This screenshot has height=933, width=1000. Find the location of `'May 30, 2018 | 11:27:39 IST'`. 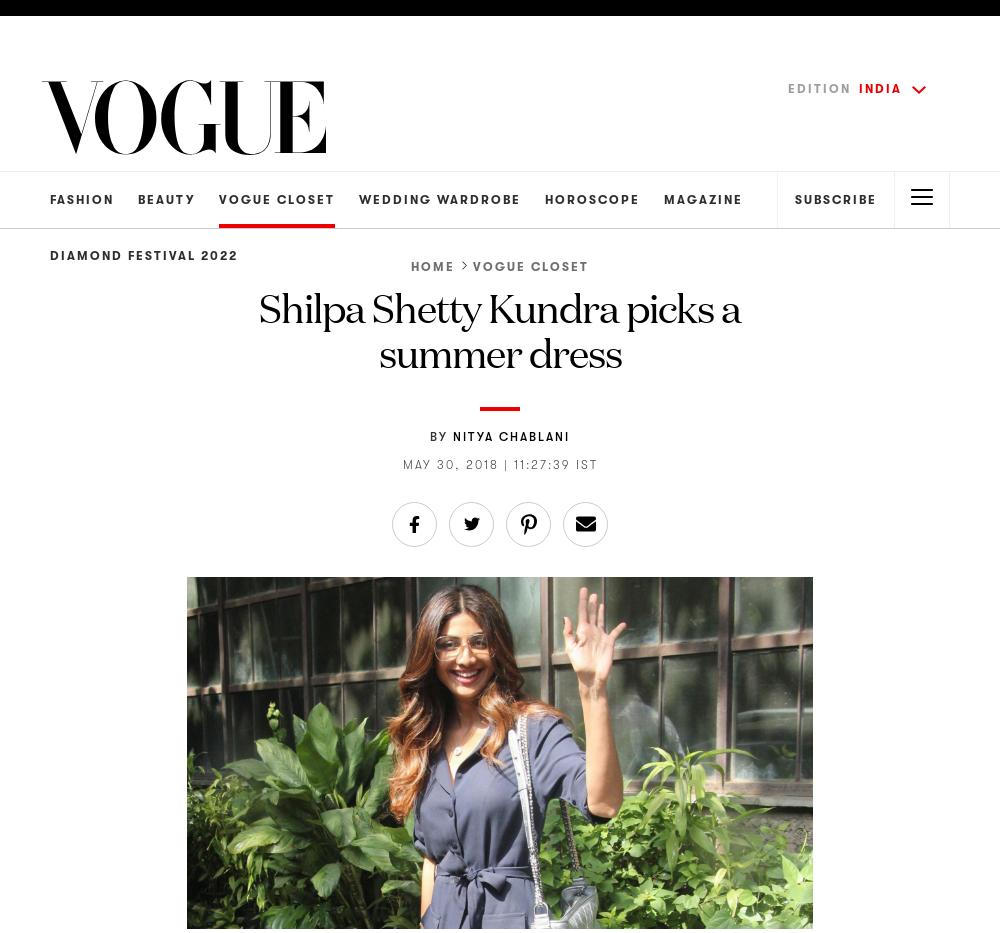

'May 30, 2018 | 11:27:39 IST' is located at coordinates (498, 462).